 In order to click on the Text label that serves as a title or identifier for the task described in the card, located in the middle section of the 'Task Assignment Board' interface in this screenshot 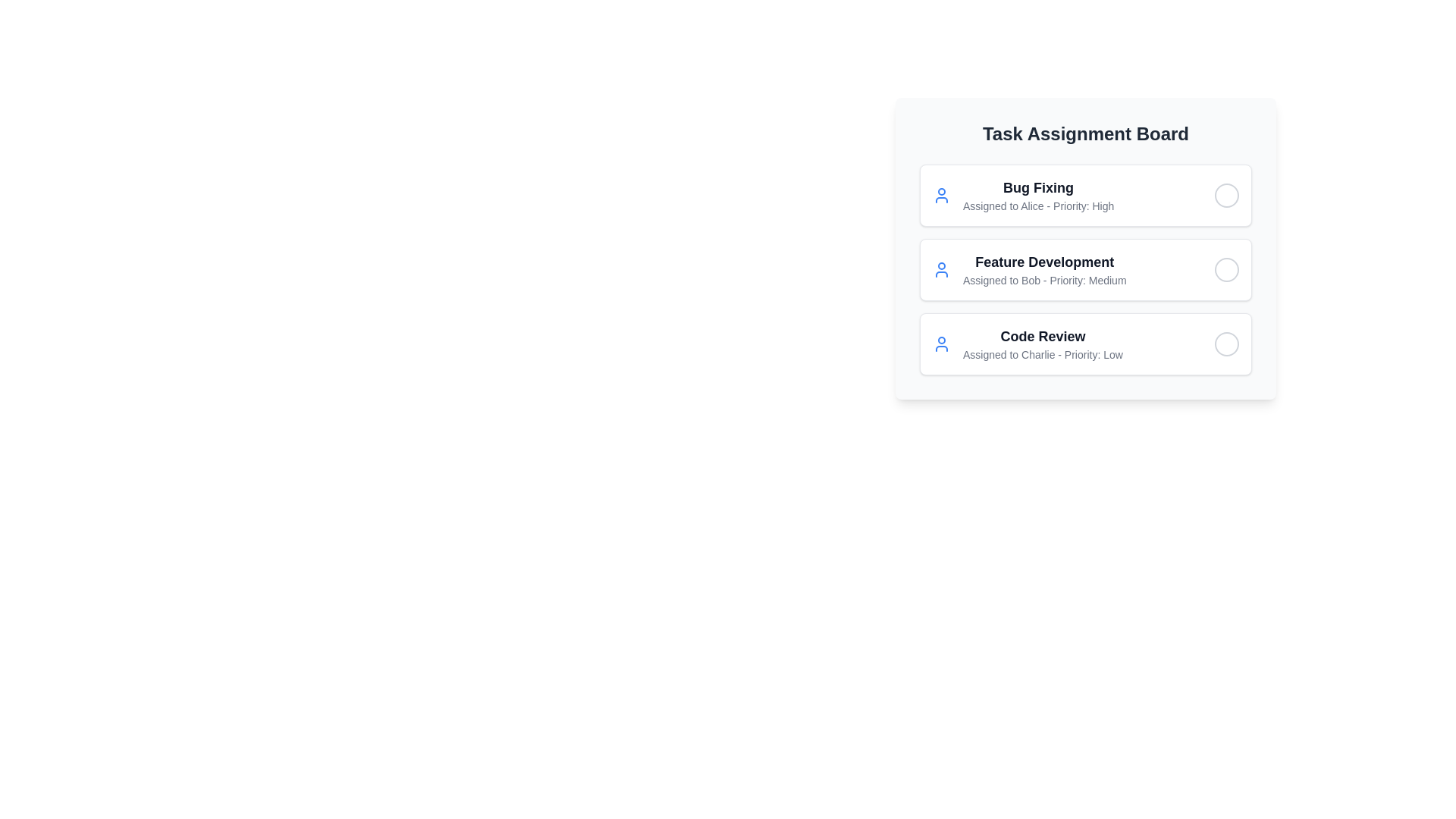, I will do `click(1043, 262)`.